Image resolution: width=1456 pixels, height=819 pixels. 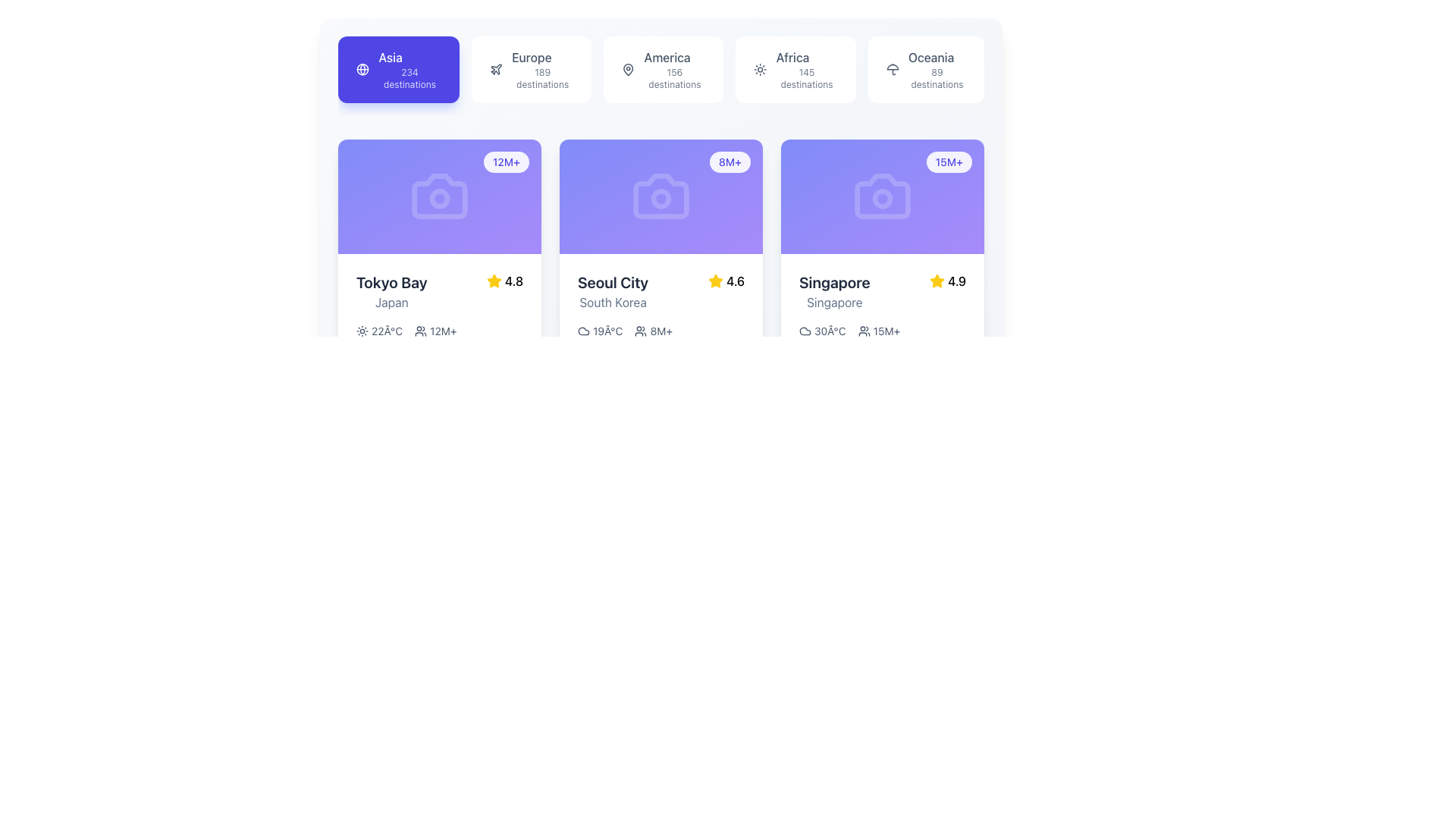 What do you see at coordinates (379, 330) in the screenshot?
I see `the Static Text with Icon displaying the temperature '22°C' next to the sun icon in the first 'Tokyo Bay' card` at bounding box center [379, 330].